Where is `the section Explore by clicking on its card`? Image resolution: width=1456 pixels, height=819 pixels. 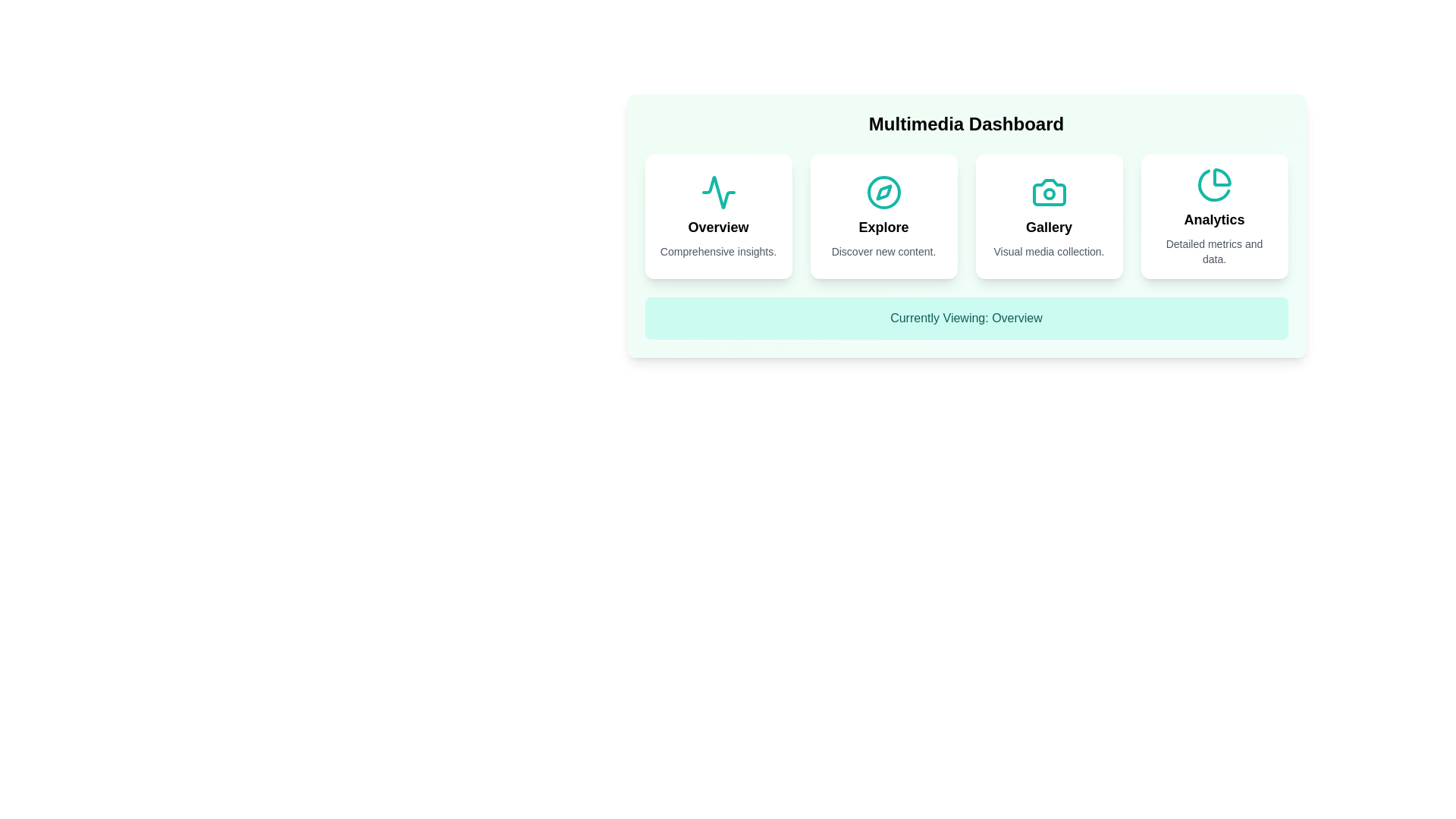 the section Explore by clicking on its card is located at coordinates (883, 216).